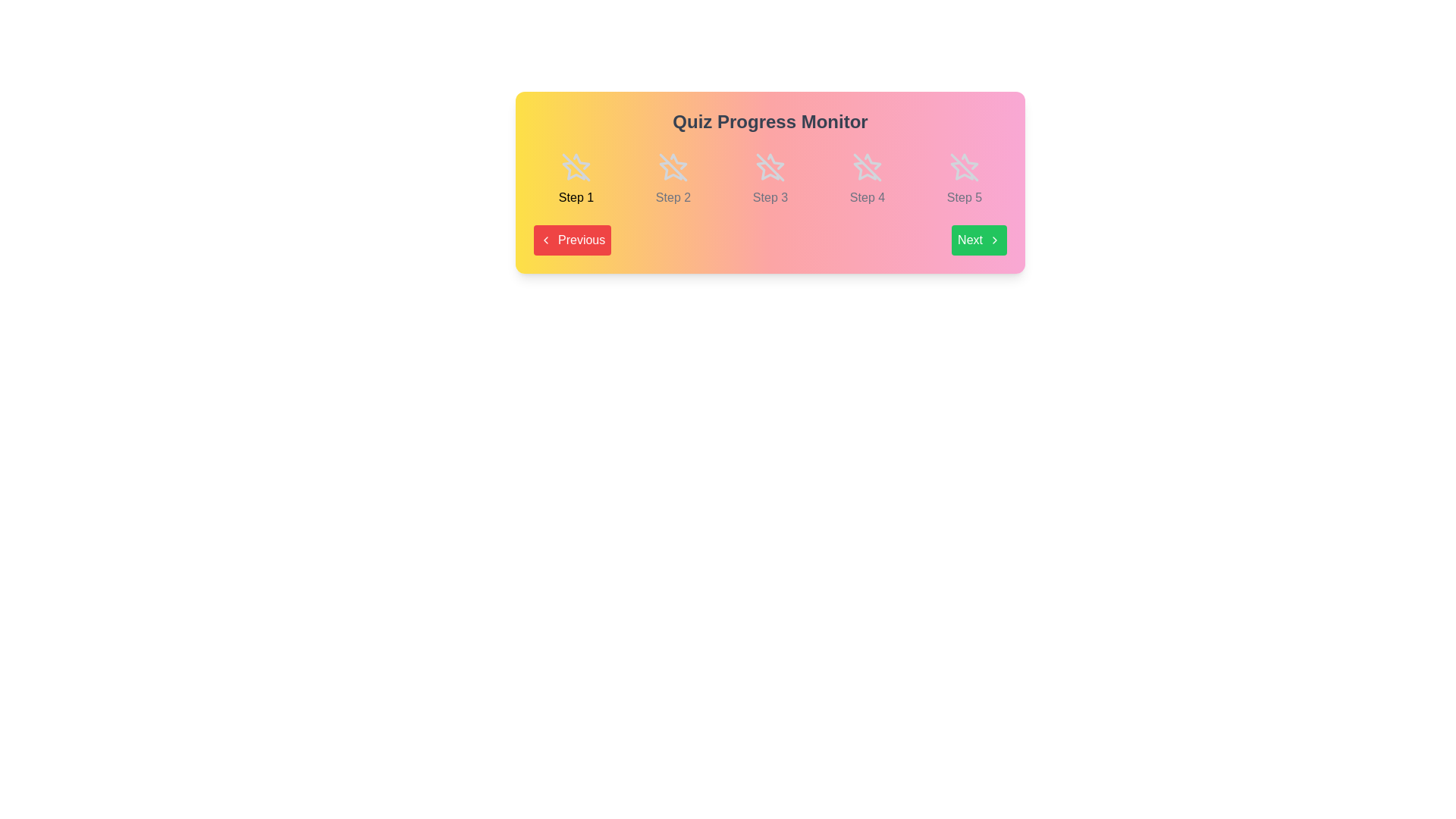  What do you see at coordinates (964, 178) in the screenshot?
I see `the fifth step in the Quiz Progress Monitor, which visually indicates the inactive state of this step in the multi-step process` at bounding box center [964, 178].